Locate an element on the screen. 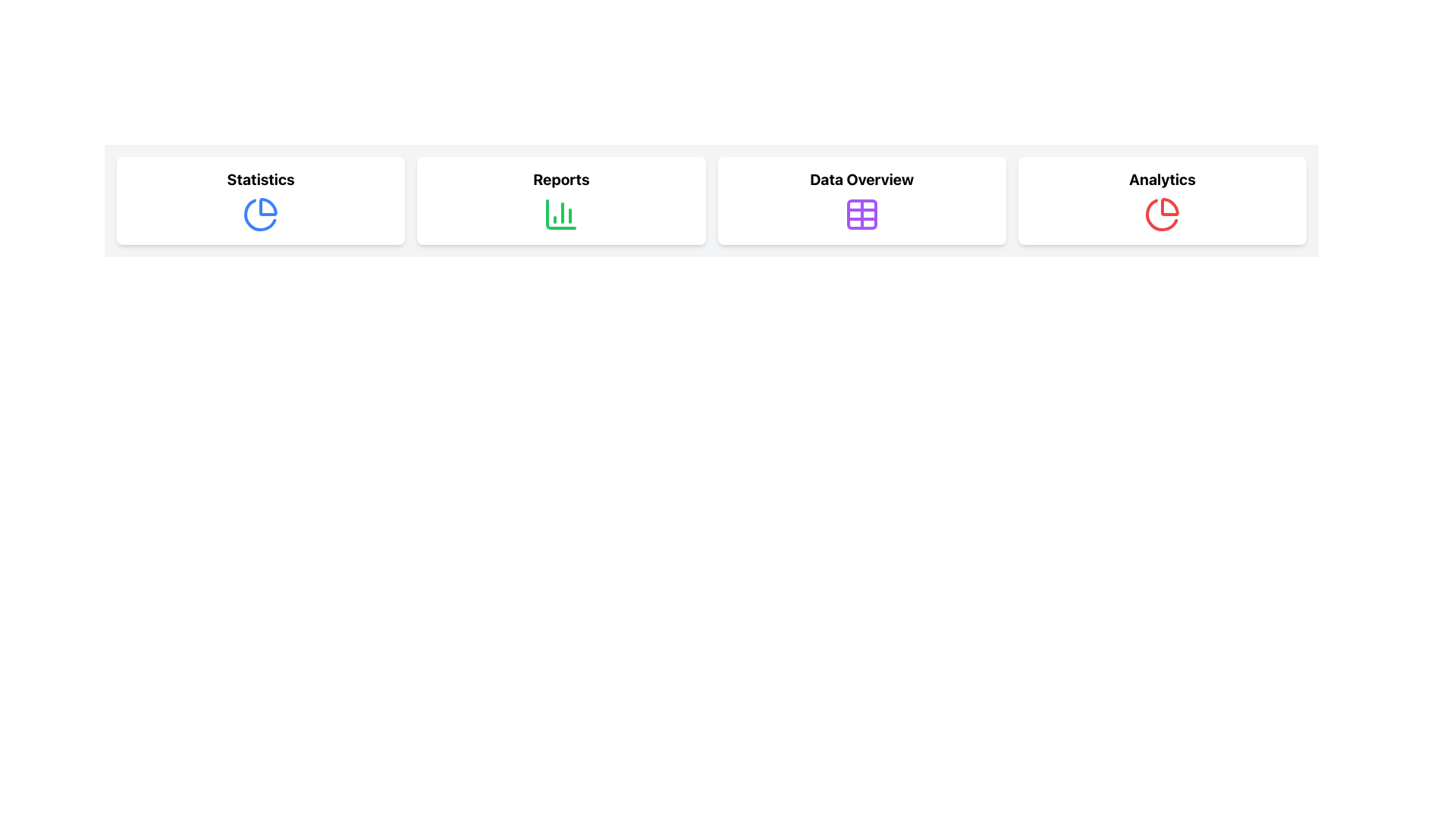 This screenshot has width=1456, height=819. the graphical icon representing the 'Data Overview' feature within the table icon in the horizontal navigation menu is located at coordinates (861, 214).